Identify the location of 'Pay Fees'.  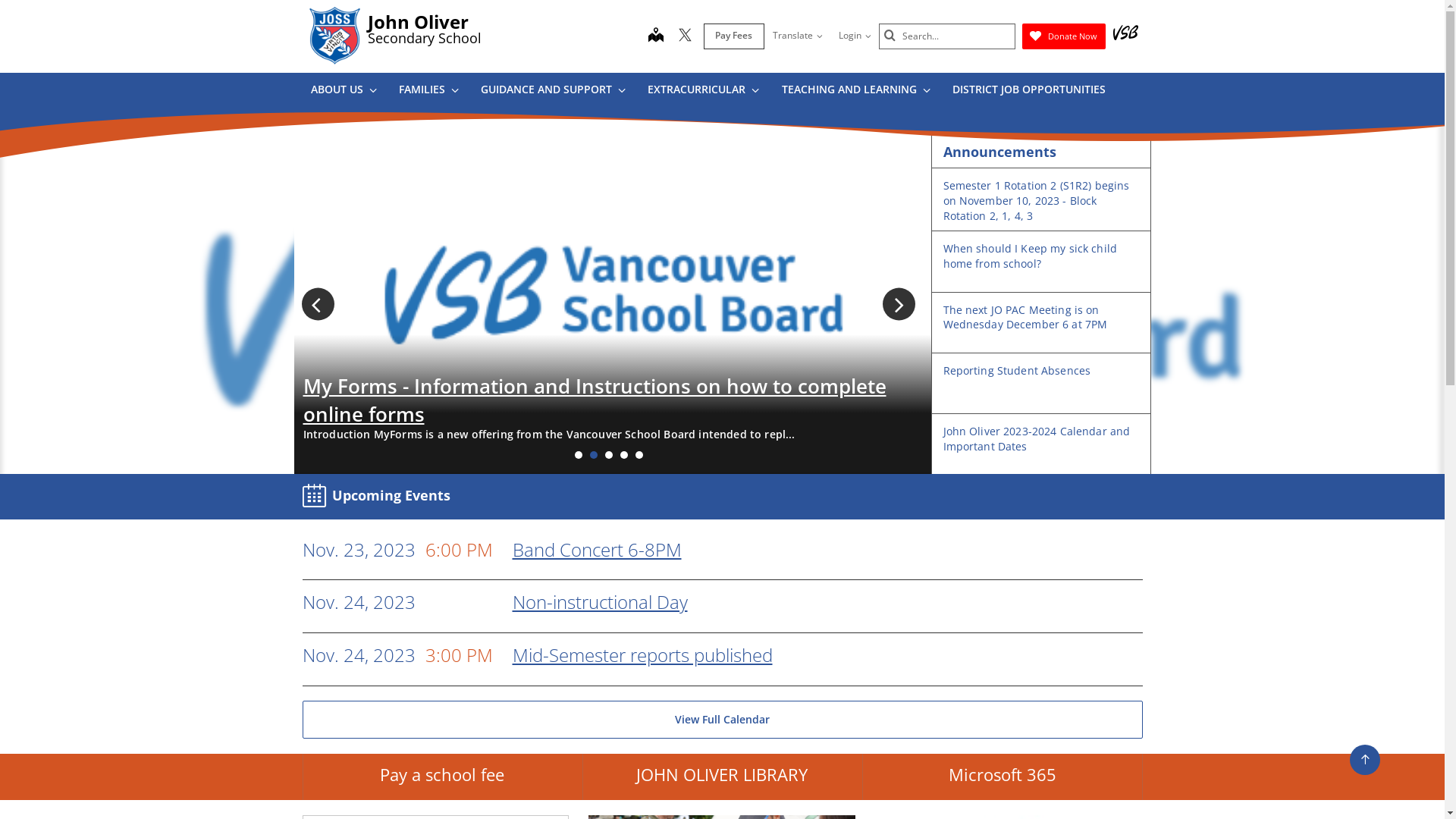
(734, 35).